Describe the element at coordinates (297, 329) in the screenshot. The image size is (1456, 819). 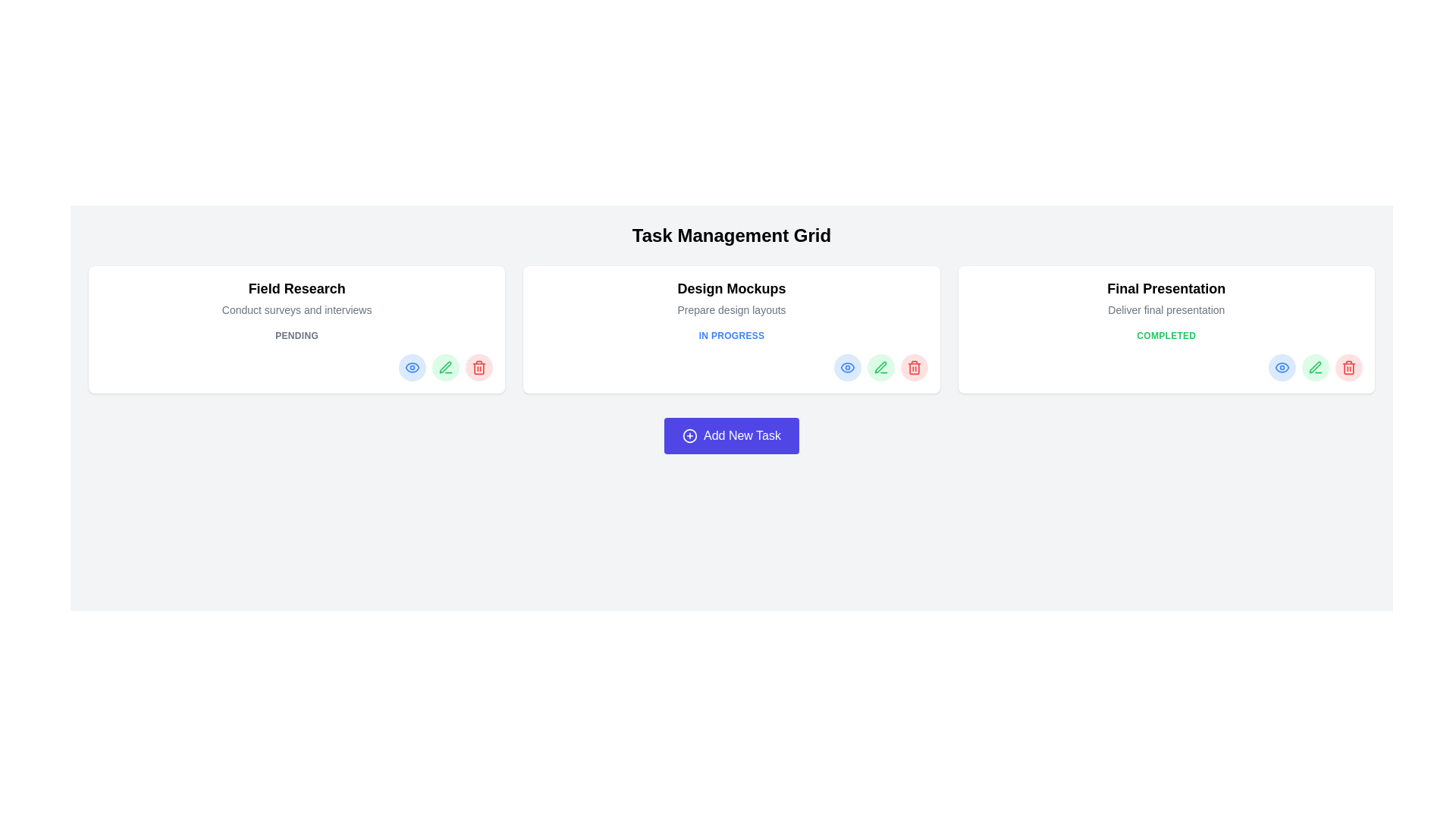
I see `the status of the task displayed on the task summary card located in the leftmost column of the grid layout` at that location.